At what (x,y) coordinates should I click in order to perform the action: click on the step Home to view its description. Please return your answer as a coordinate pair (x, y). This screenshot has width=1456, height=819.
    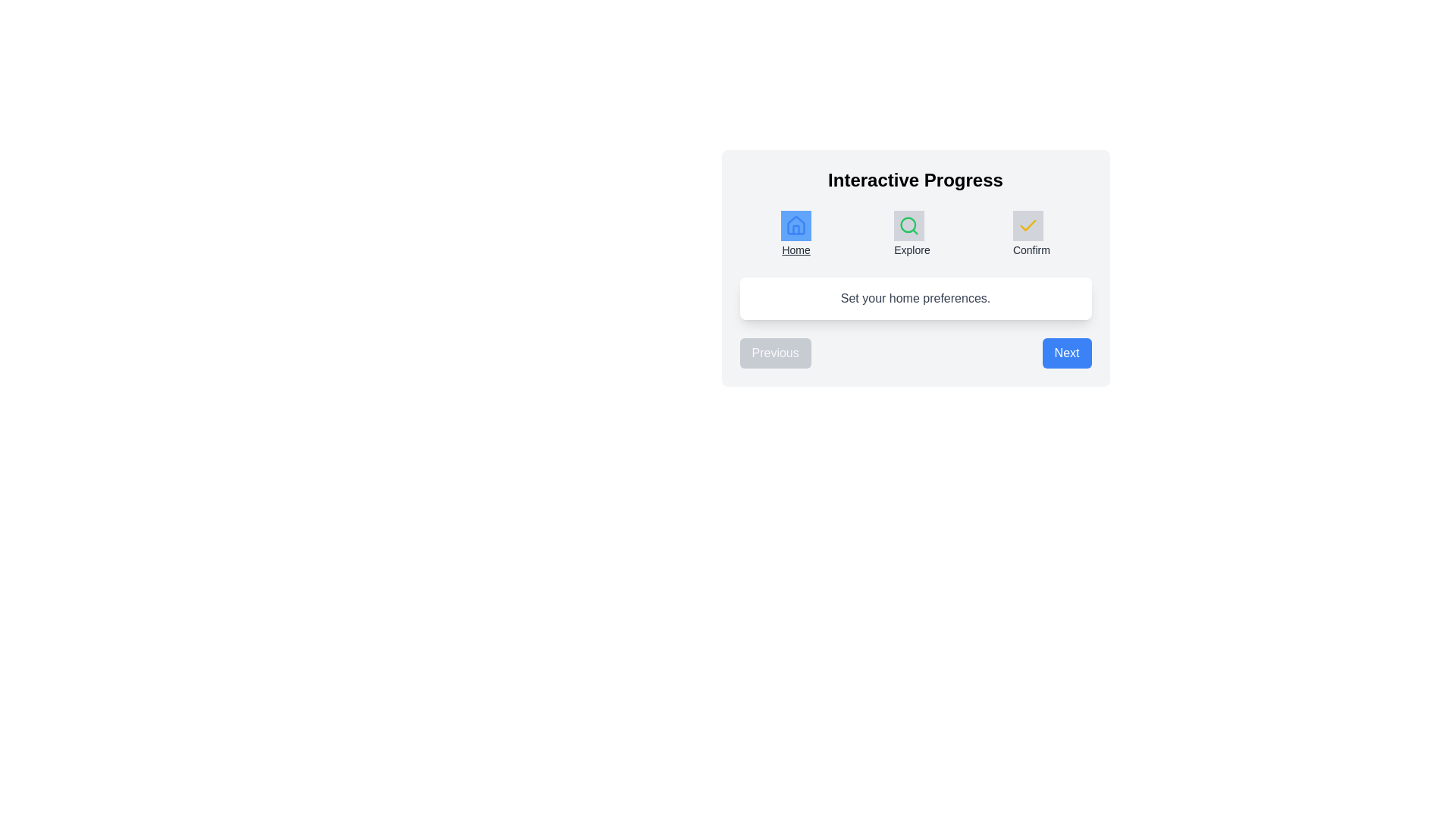
    Looking at the image, I should click on (795, 234).